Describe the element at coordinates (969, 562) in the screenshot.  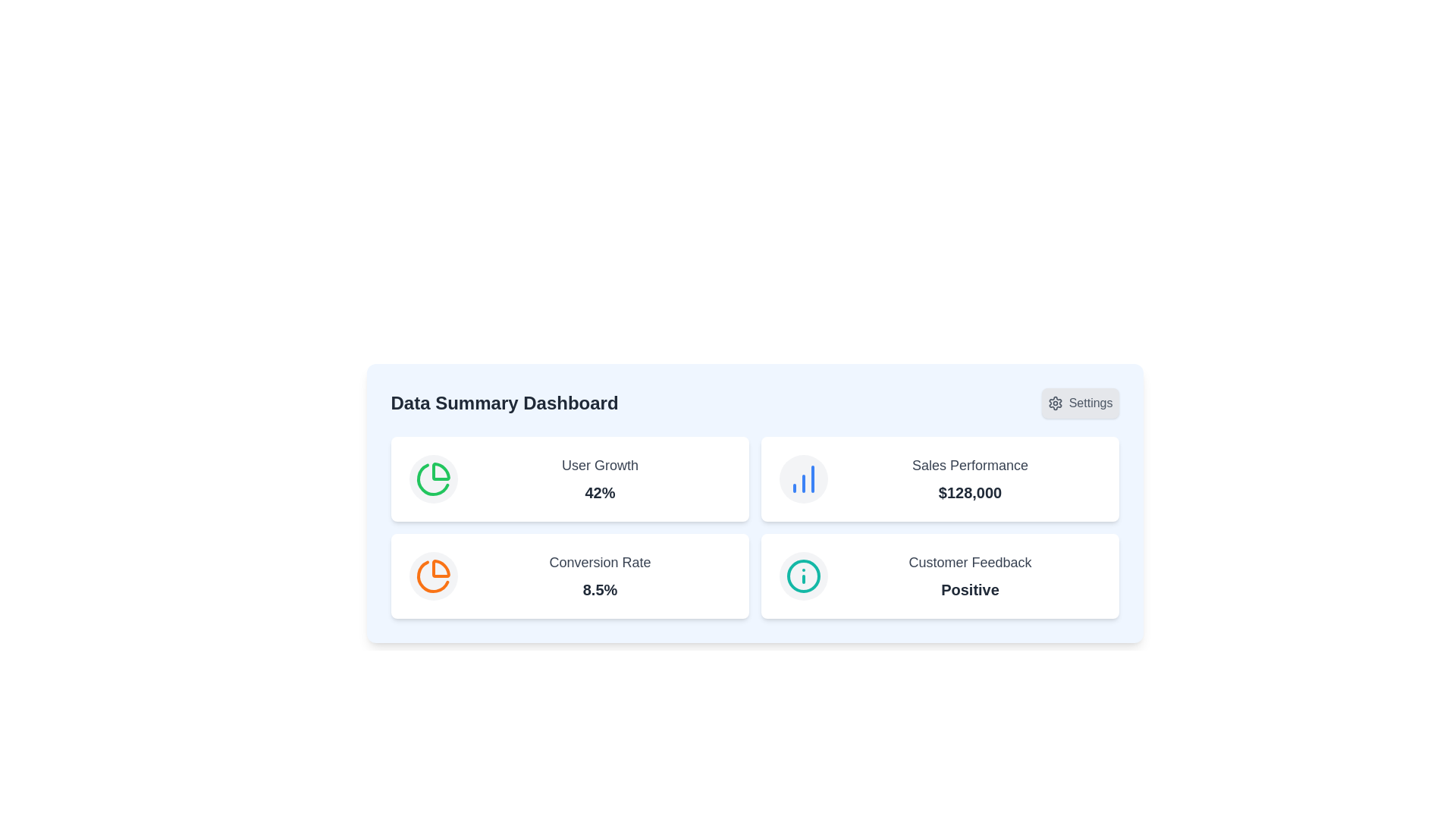
I see `the descriptive Text label located near the bottom-right corner of the dashboard interface, positioned above the text 'Positive' and next to an information icon` at that location.